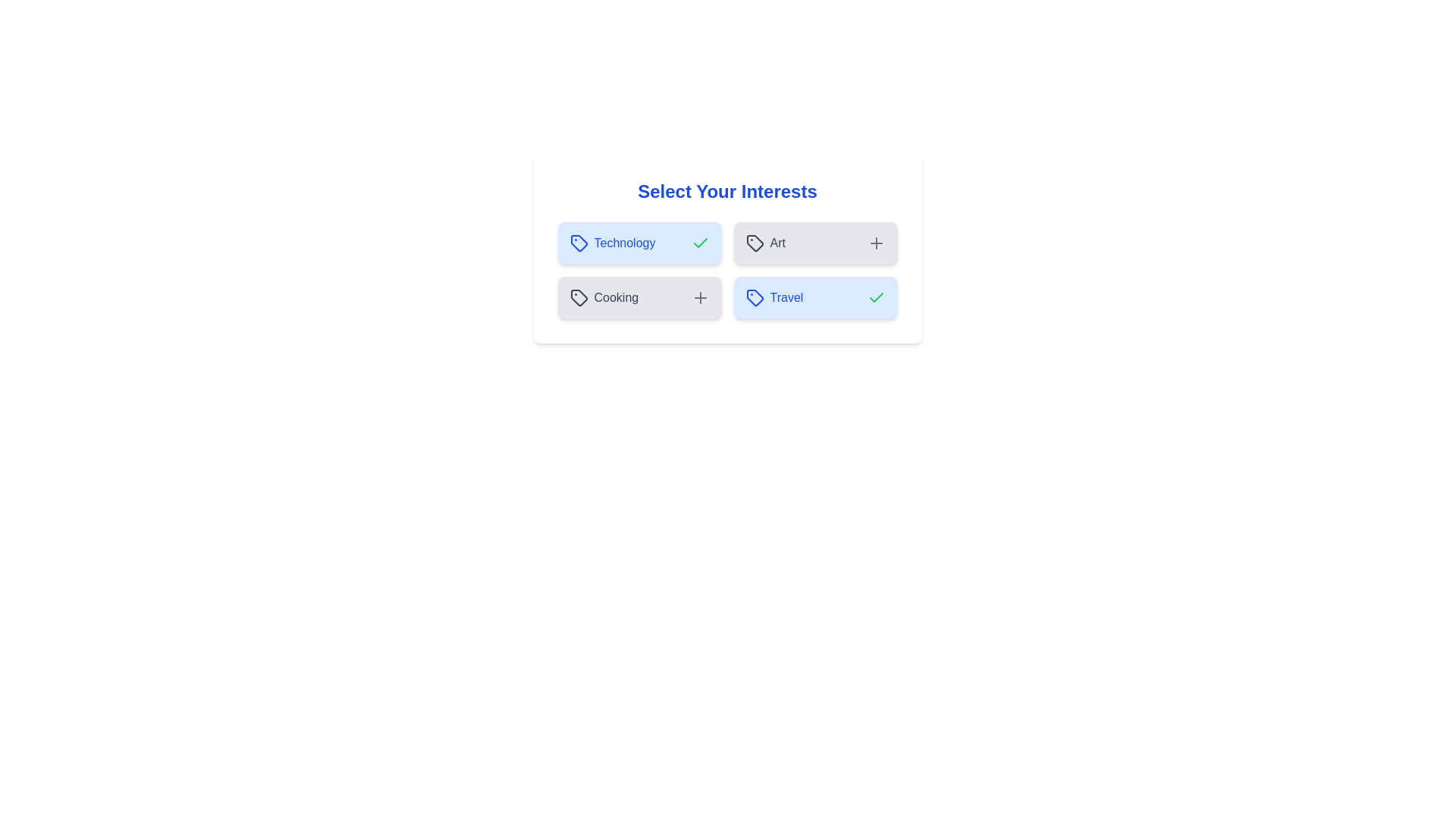 Image resolution: width=1456 pixels, height=819 pixels. I want to click on the button labeled Technology to see the hover effect, so click(639, 242).